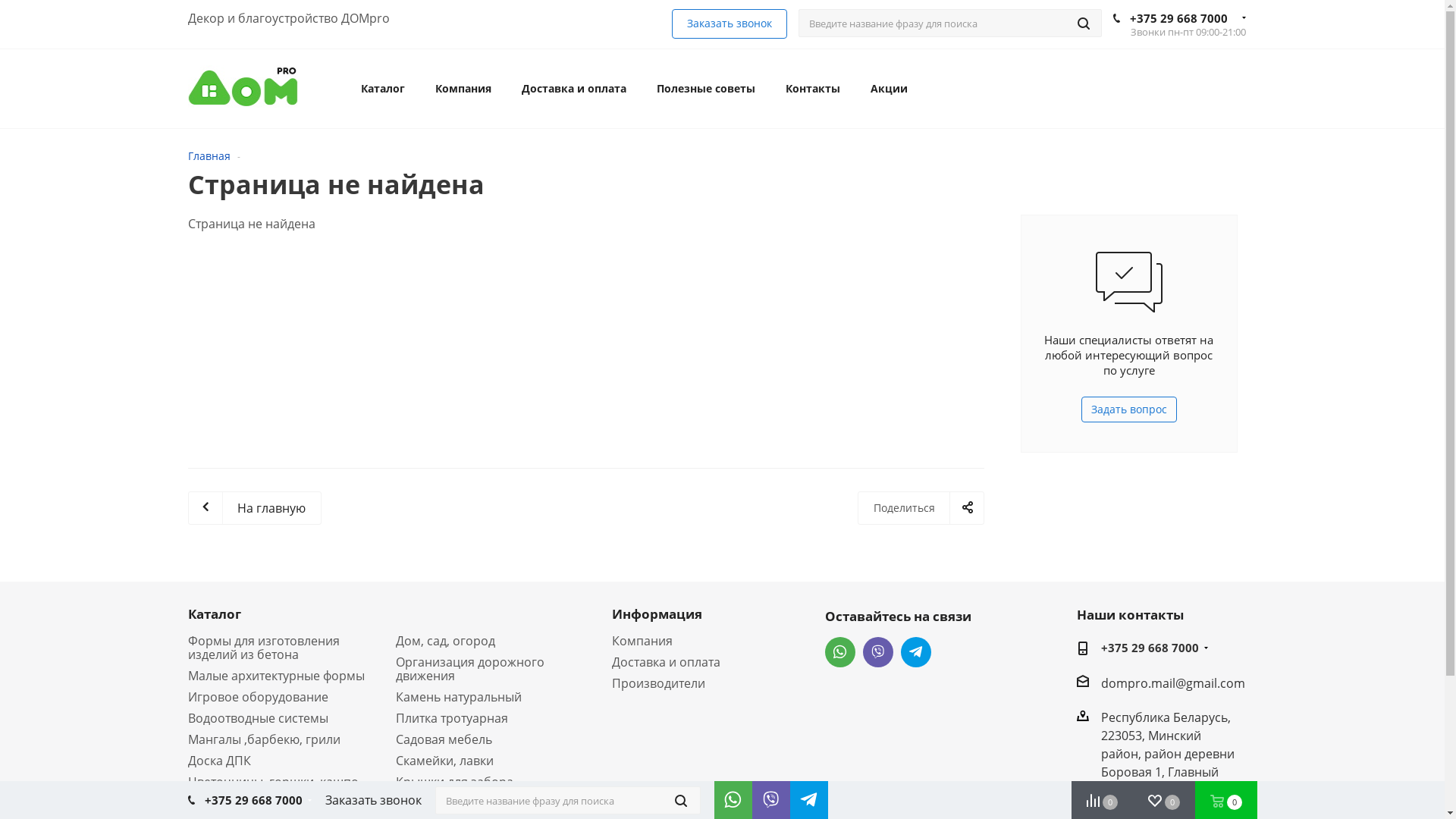 The width and height of the screenshot is (1456, 819). I want to click on 'Viber', so click(767, 795).